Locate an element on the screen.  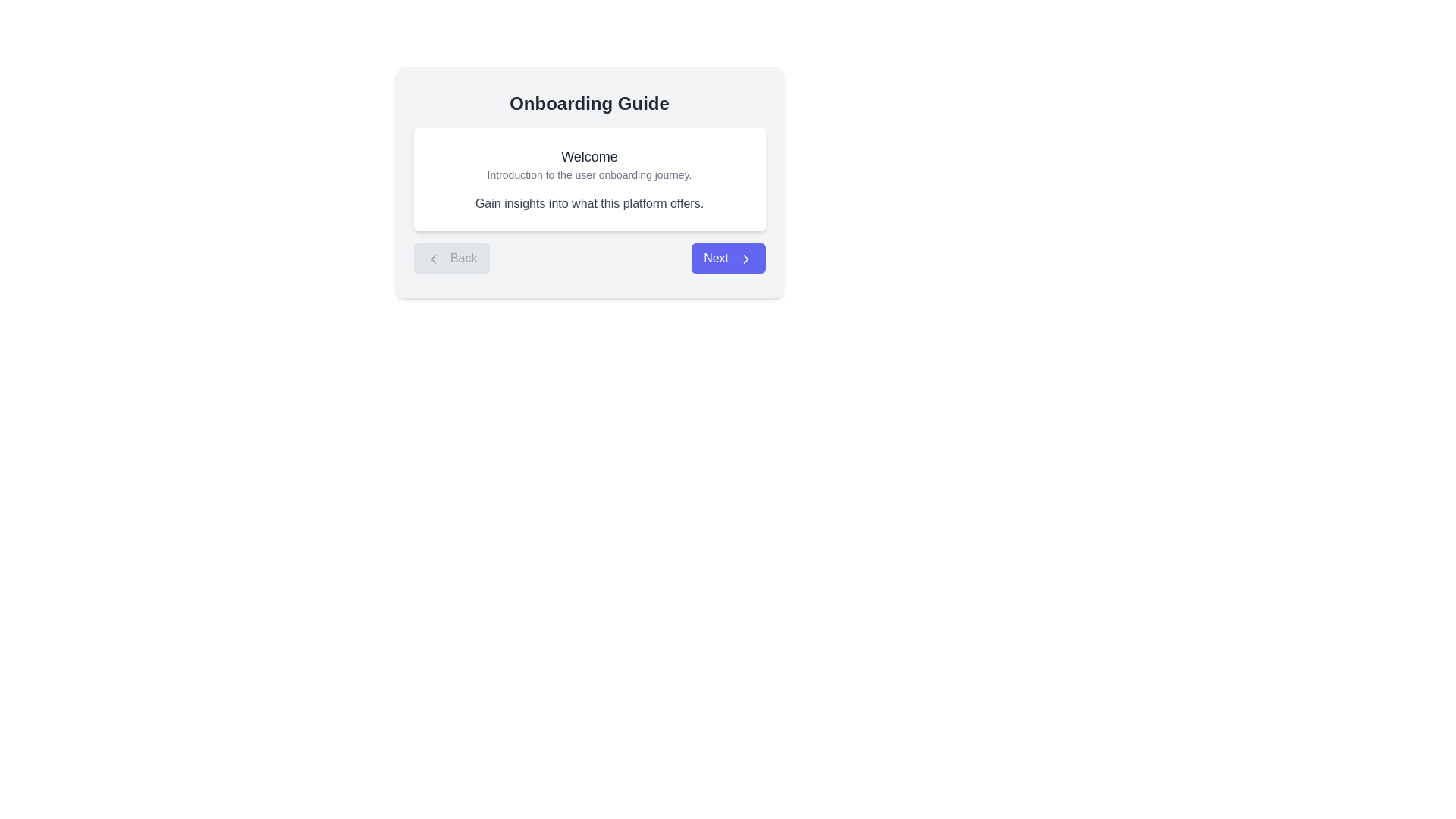
the static text element displaying 'Welcome', which is a bold and large heading in dark gray on a white background, located at the upper center of the white rectangular card is located at coordinates (588, 157).